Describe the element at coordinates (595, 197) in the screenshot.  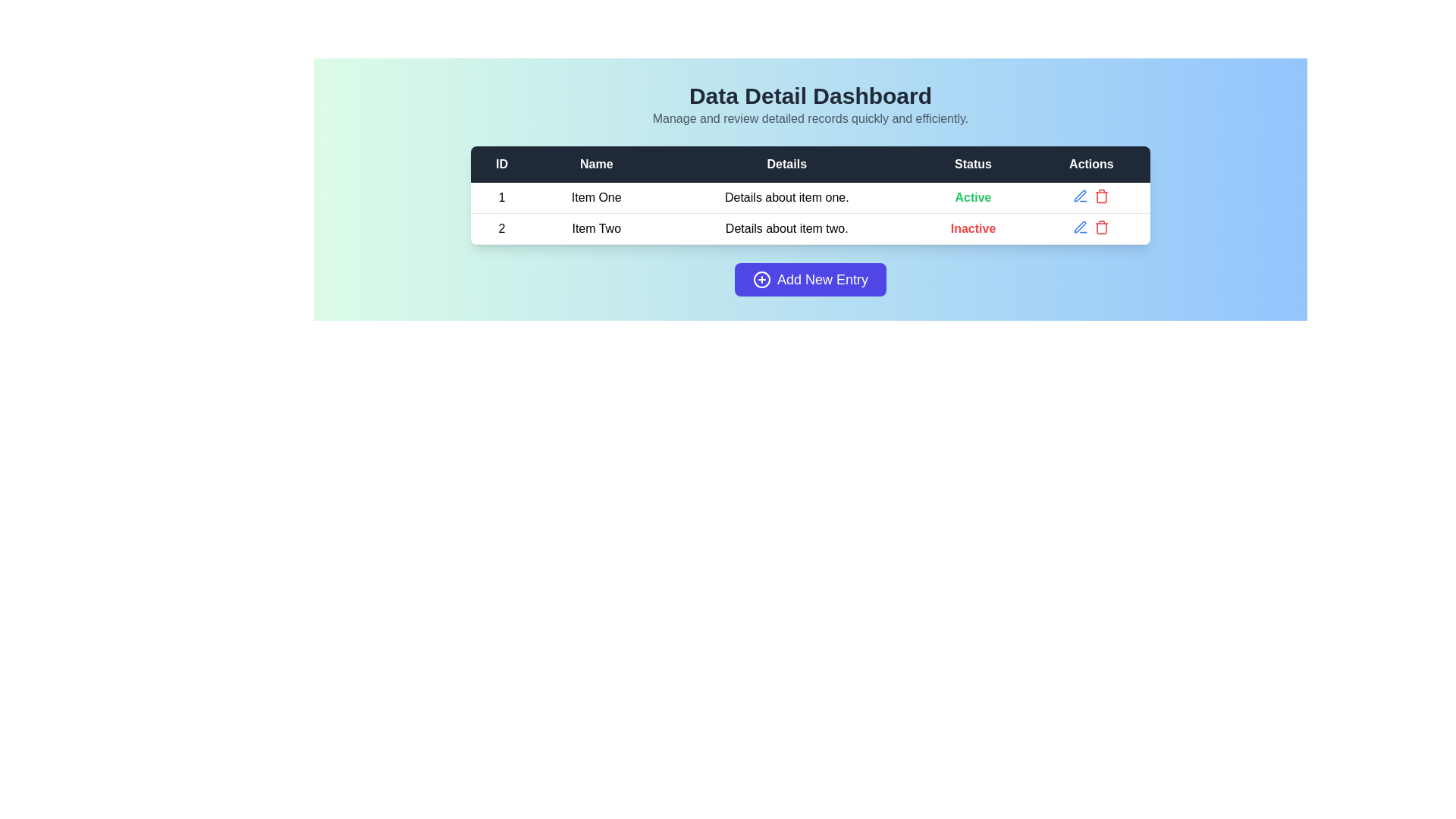
I see `the static text label displaying 'Item One' located in the second column of the first row of the table under the 'Name' header` at that location.